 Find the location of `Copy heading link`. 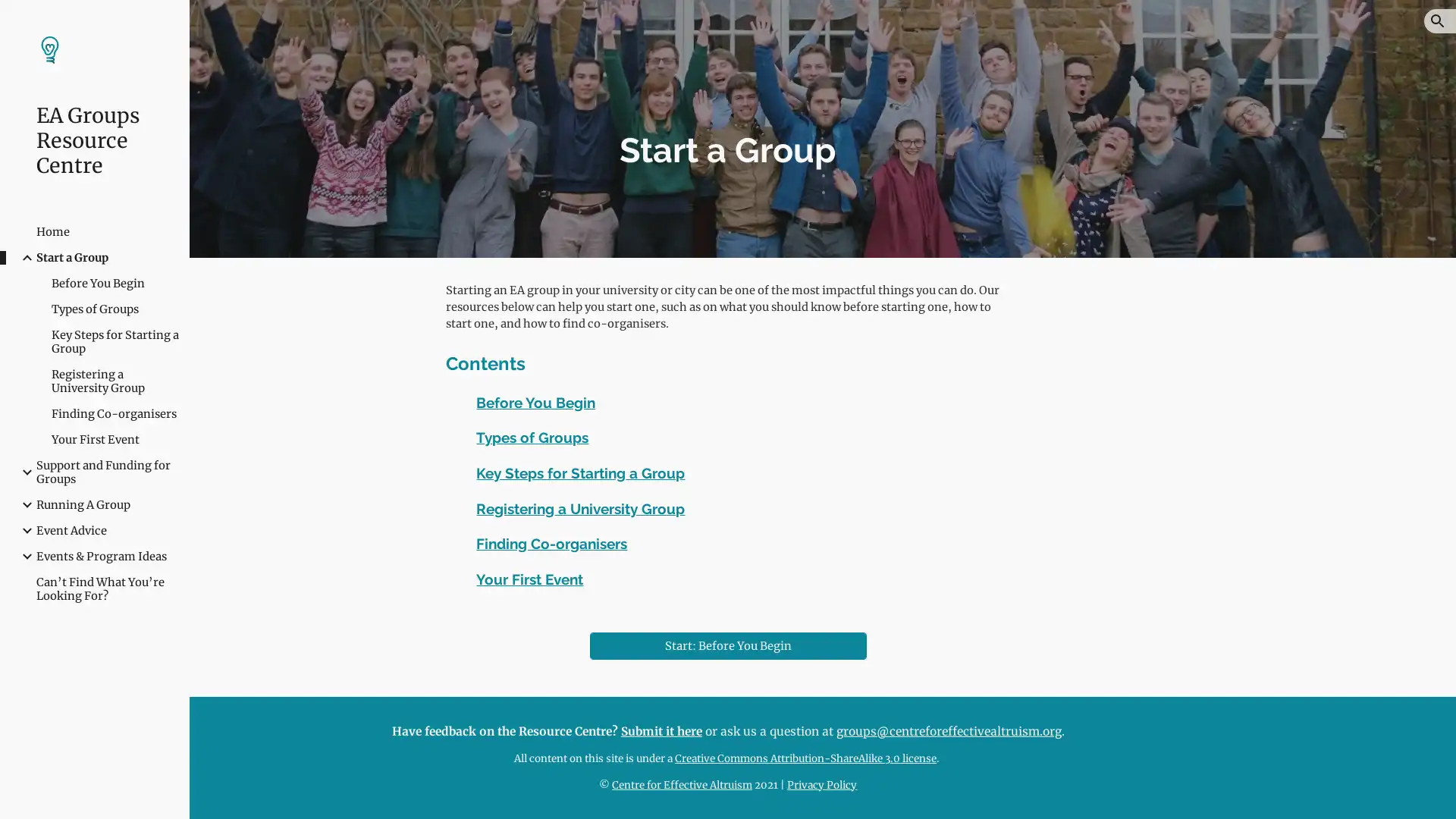

Copy heading link is located at coordinates (694, 579).